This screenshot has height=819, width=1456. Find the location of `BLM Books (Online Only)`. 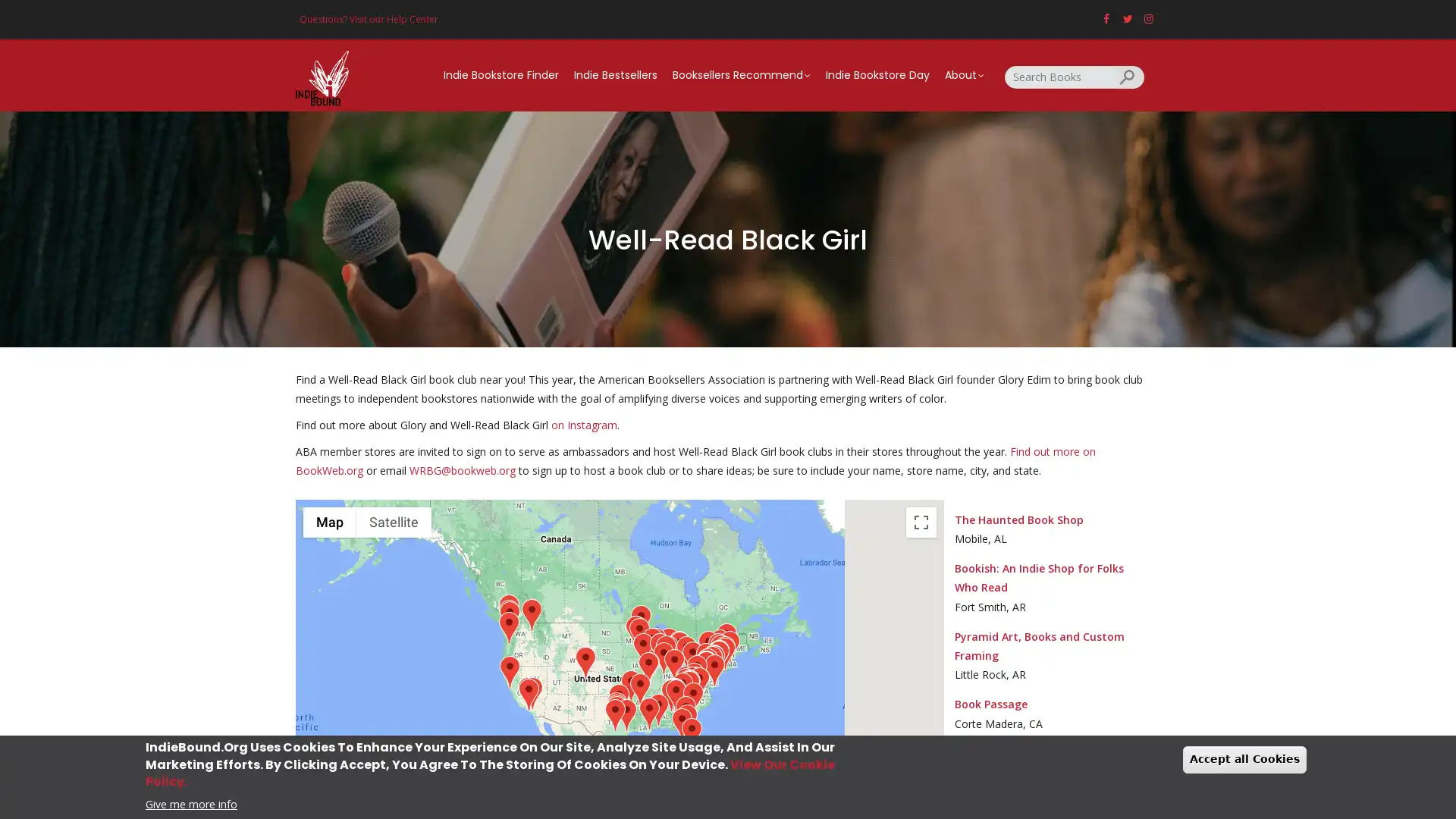

BLM Books (Online Only) is located at coordinates (717, 655).